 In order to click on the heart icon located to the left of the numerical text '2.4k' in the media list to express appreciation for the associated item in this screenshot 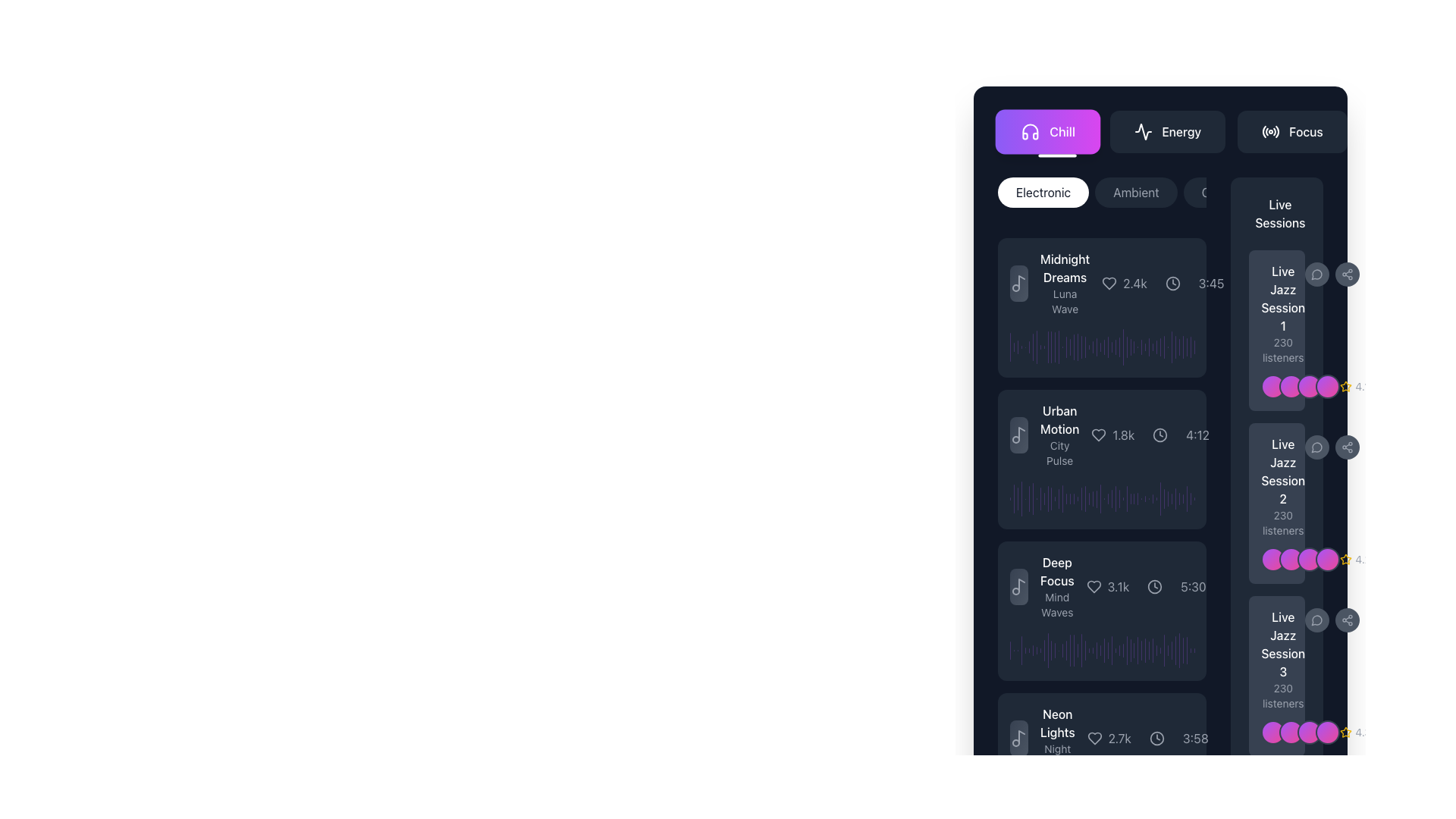, I will do `click(1109, 284)`.